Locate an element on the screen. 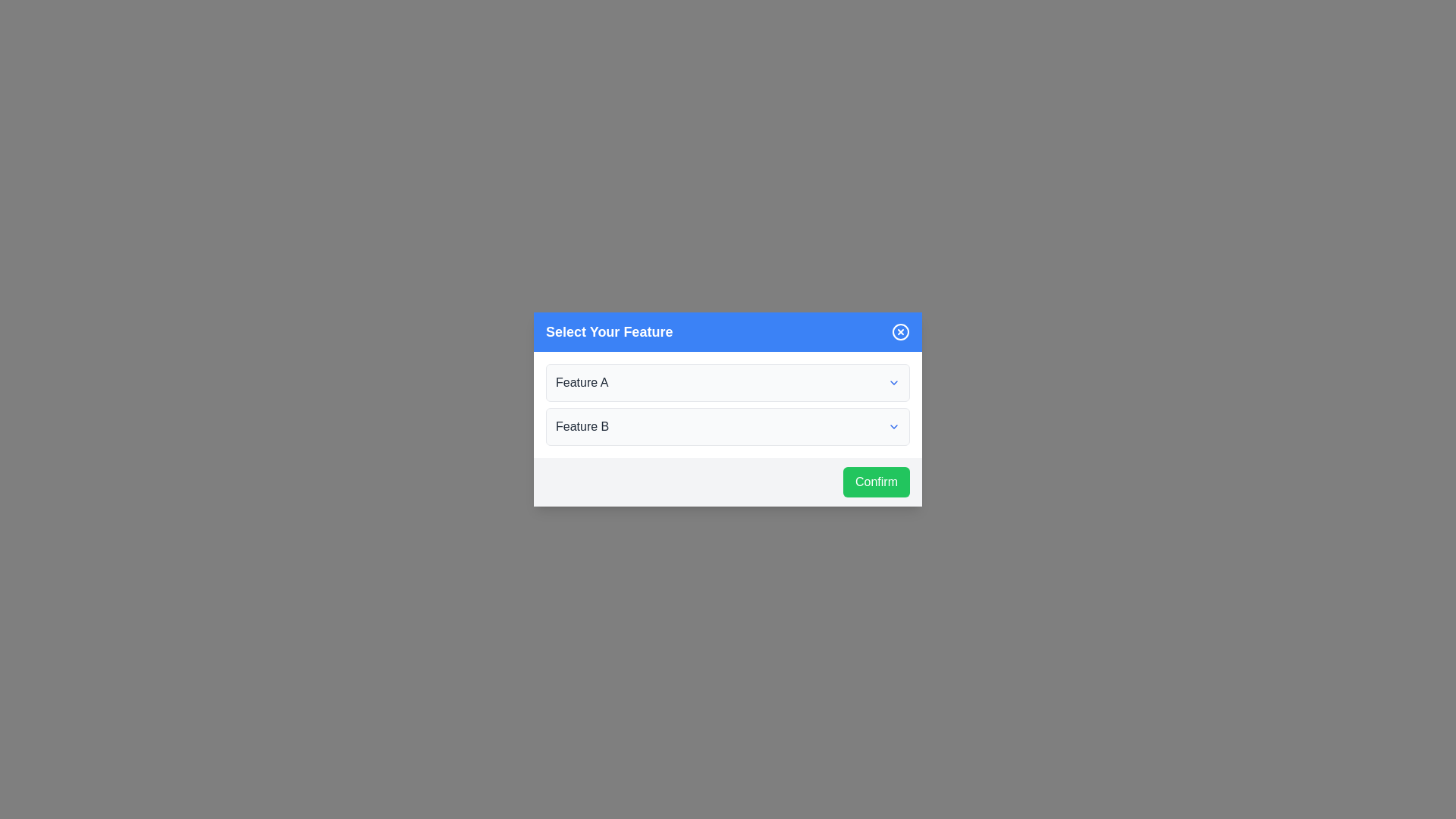 This screenshot has width=1456, height=819. the Text Label that describes a feature within the interface, positioned below the 'Feature A' label and above the green 'Confirm' button is located at coordinates (582, 427).